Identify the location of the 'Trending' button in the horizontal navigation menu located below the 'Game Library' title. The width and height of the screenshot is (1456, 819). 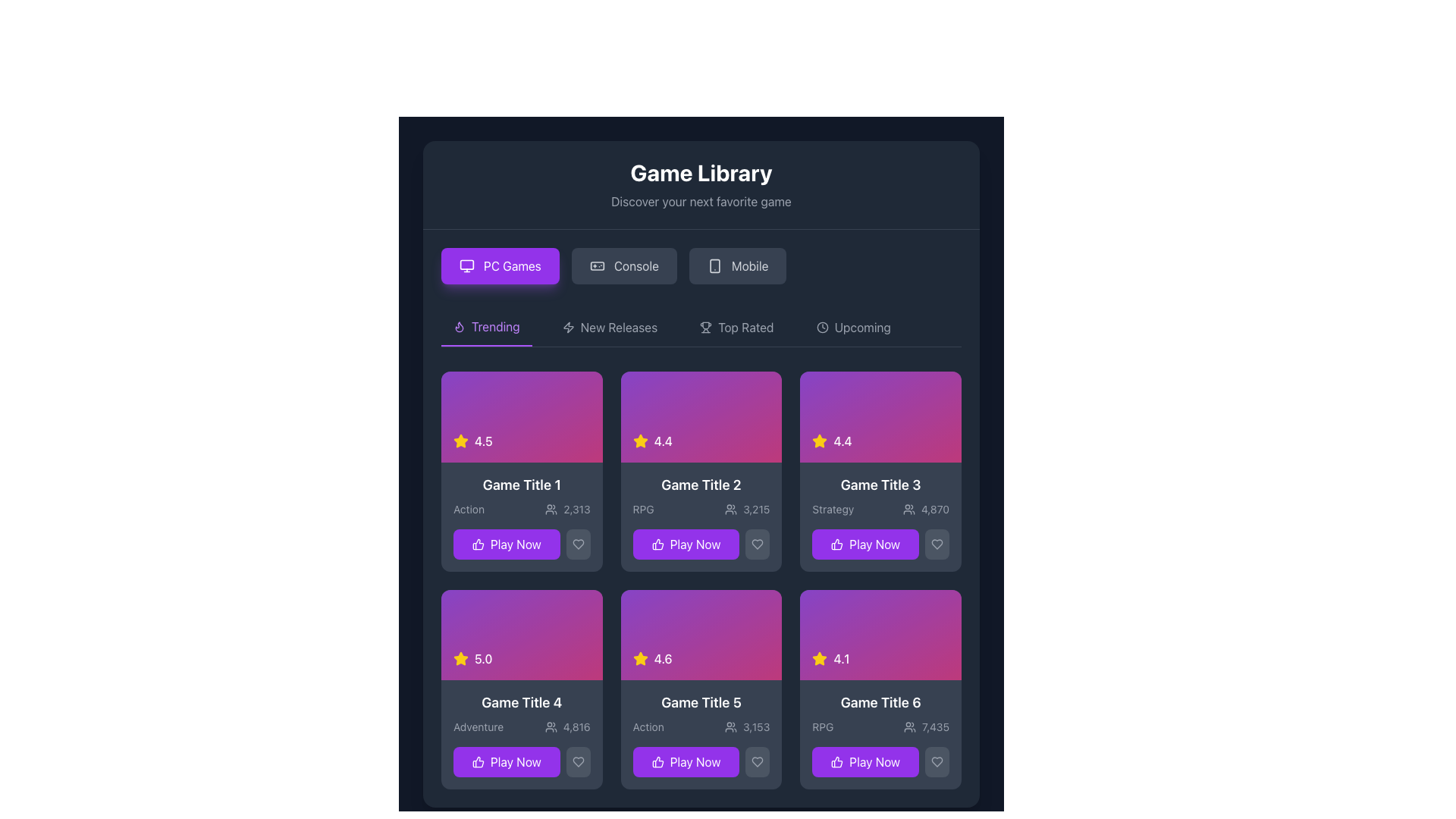
(486, 327).